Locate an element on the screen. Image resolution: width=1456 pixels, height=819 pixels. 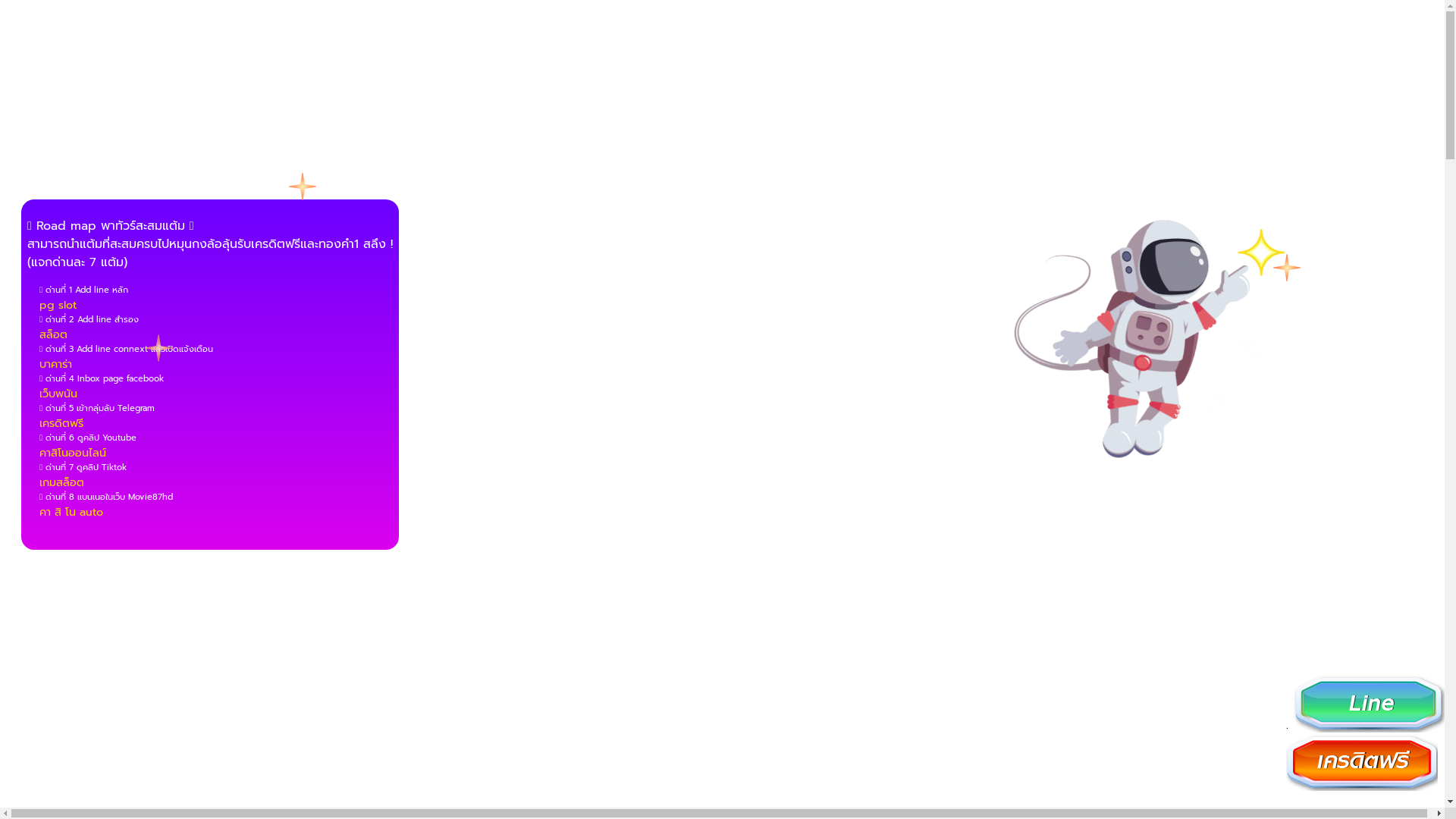
'pg slot' is located at coordinates (58, 304).